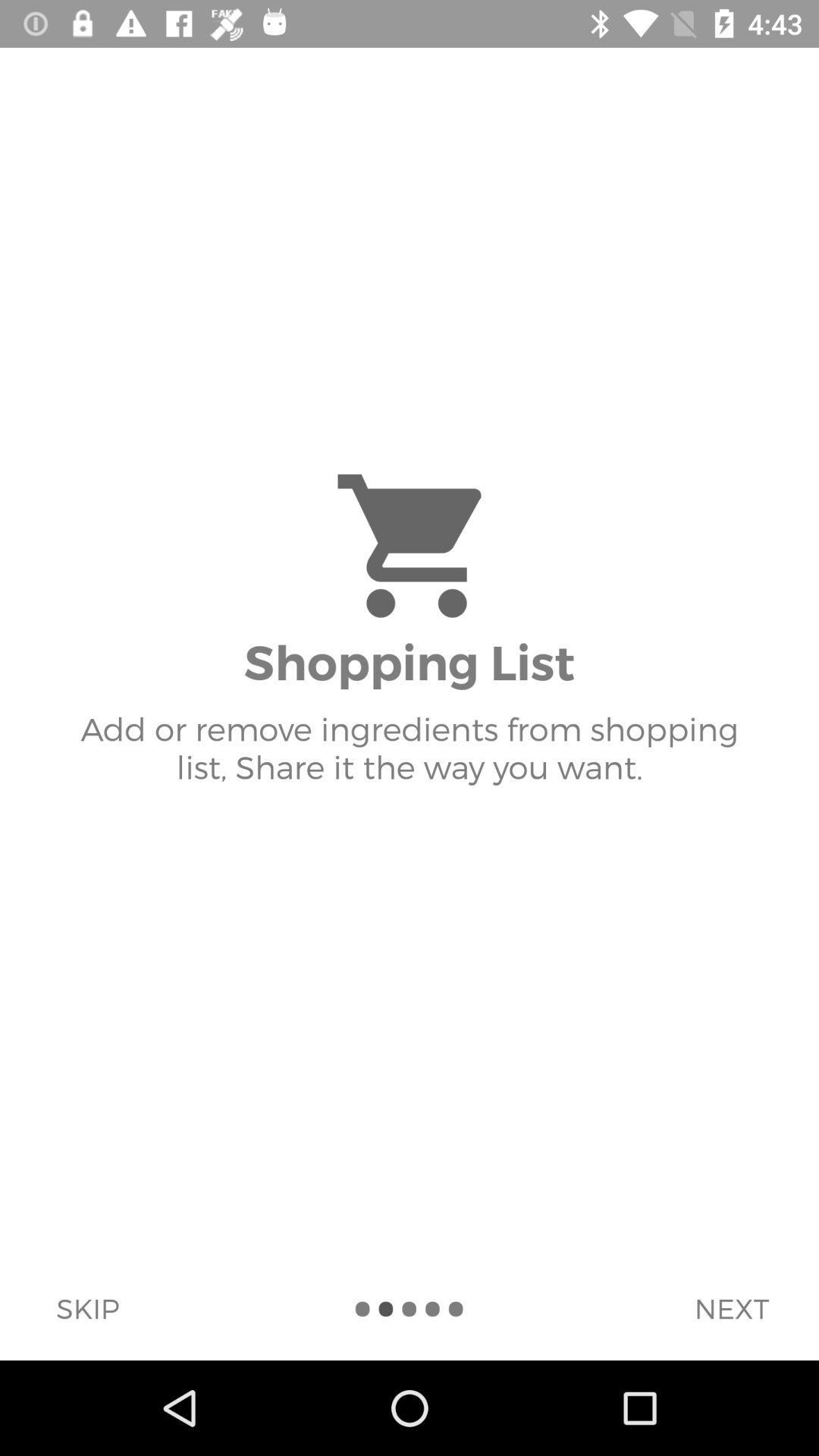  What do you see at coordinates (730, 1307) in the screenshot?
I see `the next icon` at bounding box center [730, 1307].